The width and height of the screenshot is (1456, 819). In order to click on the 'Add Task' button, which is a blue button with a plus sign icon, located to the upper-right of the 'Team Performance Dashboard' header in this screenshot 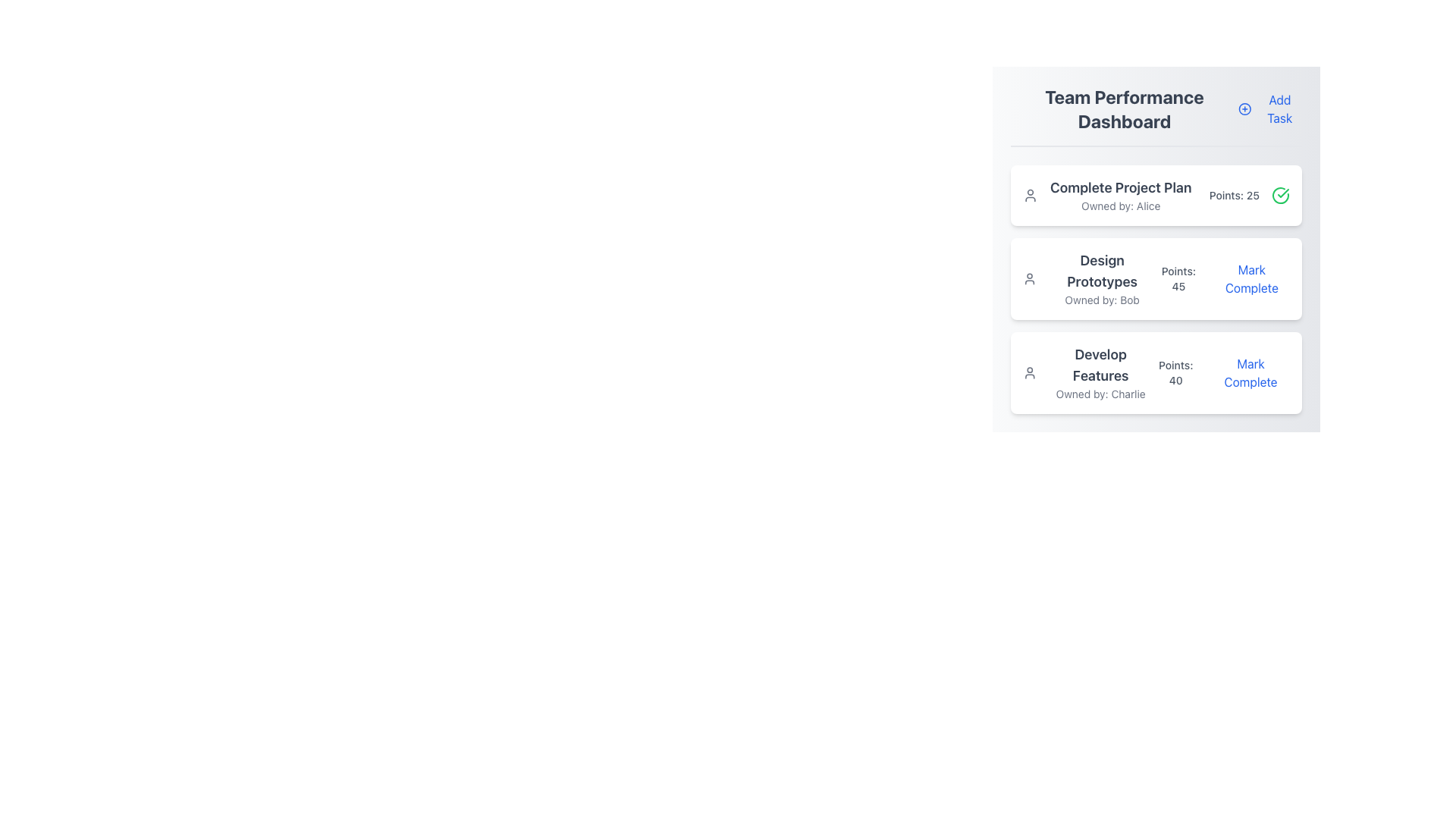, I will do `click(1270, 108)`.